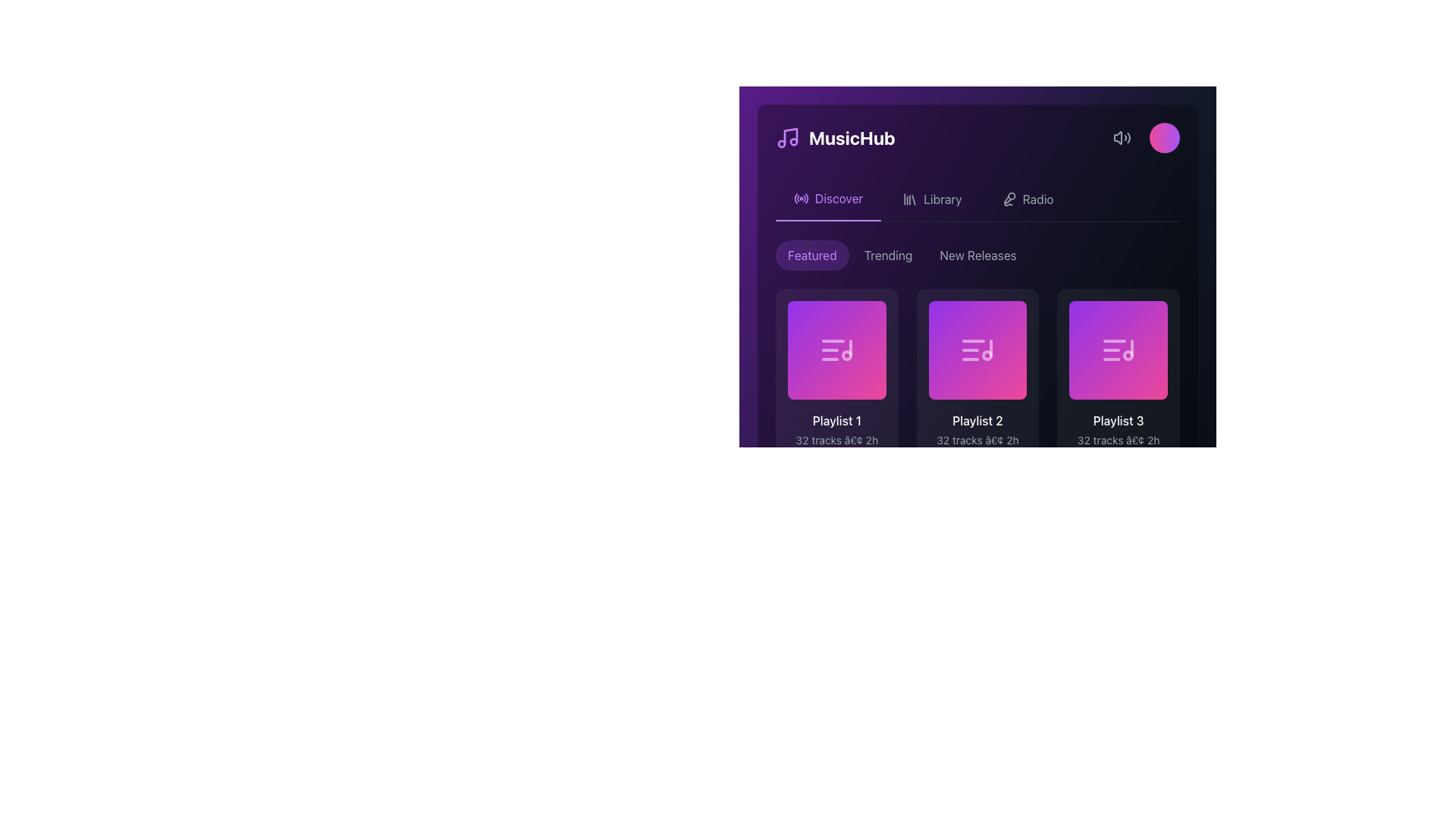  I want to click on the play button located in the bottom-right corner of the playlist card, so click(996, 593).